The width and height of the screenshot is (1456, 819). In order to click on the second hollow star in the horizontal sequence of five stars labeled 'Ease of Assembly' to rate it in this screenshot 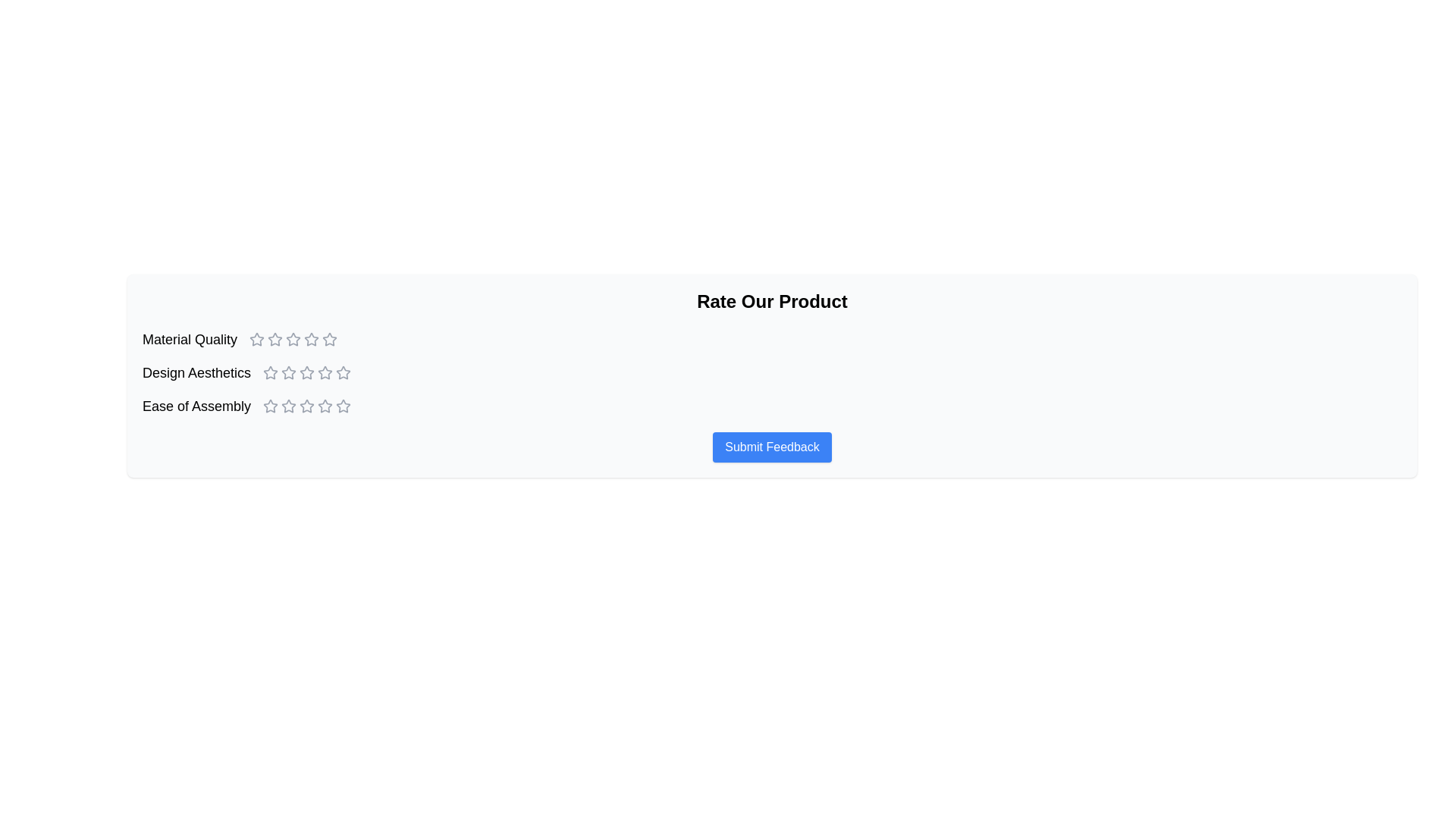, I will do `click(289, 405)`.